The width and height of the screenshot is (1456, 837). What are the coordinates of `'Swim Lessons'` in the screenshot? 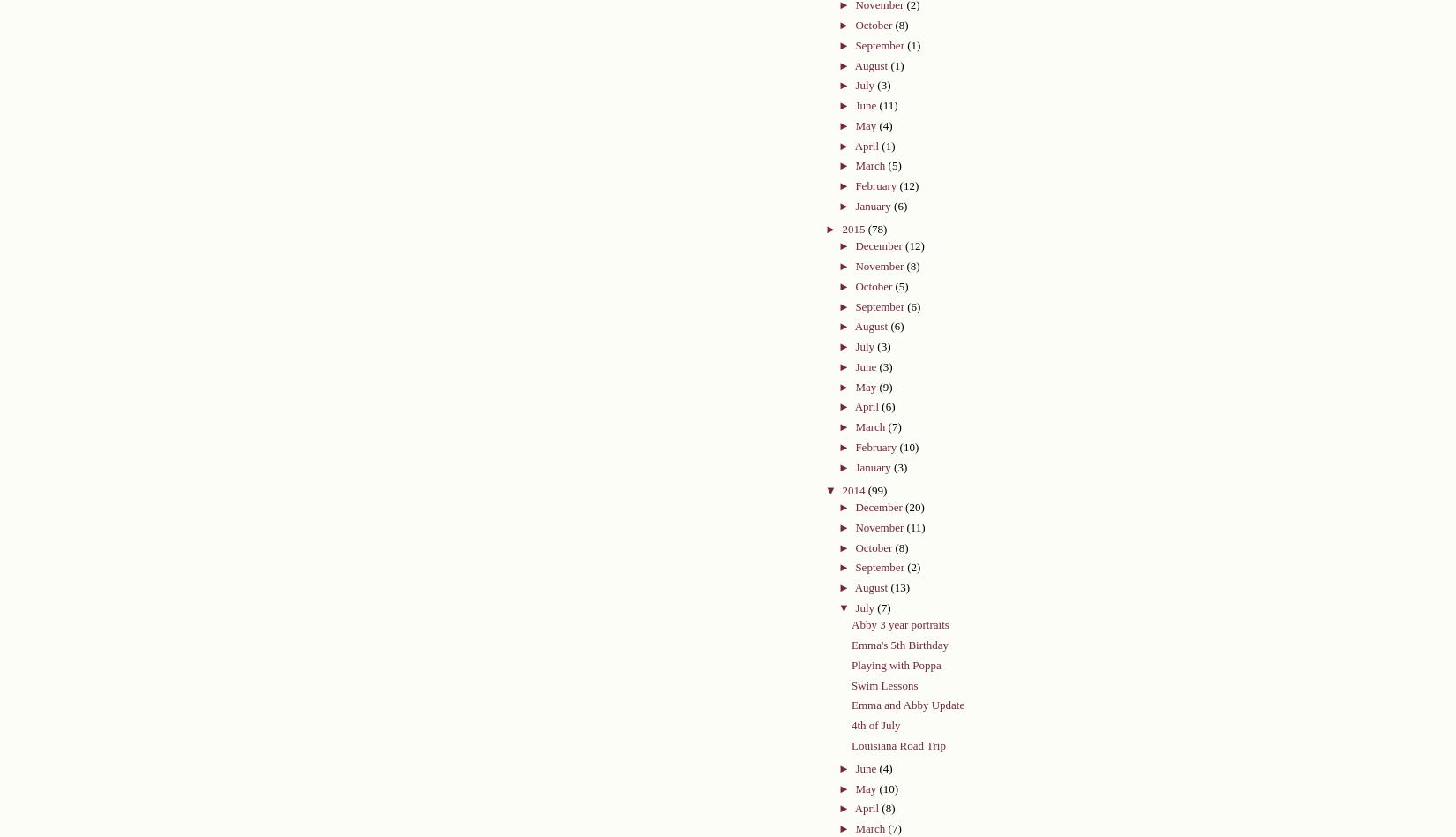 It's located at (884, 684).